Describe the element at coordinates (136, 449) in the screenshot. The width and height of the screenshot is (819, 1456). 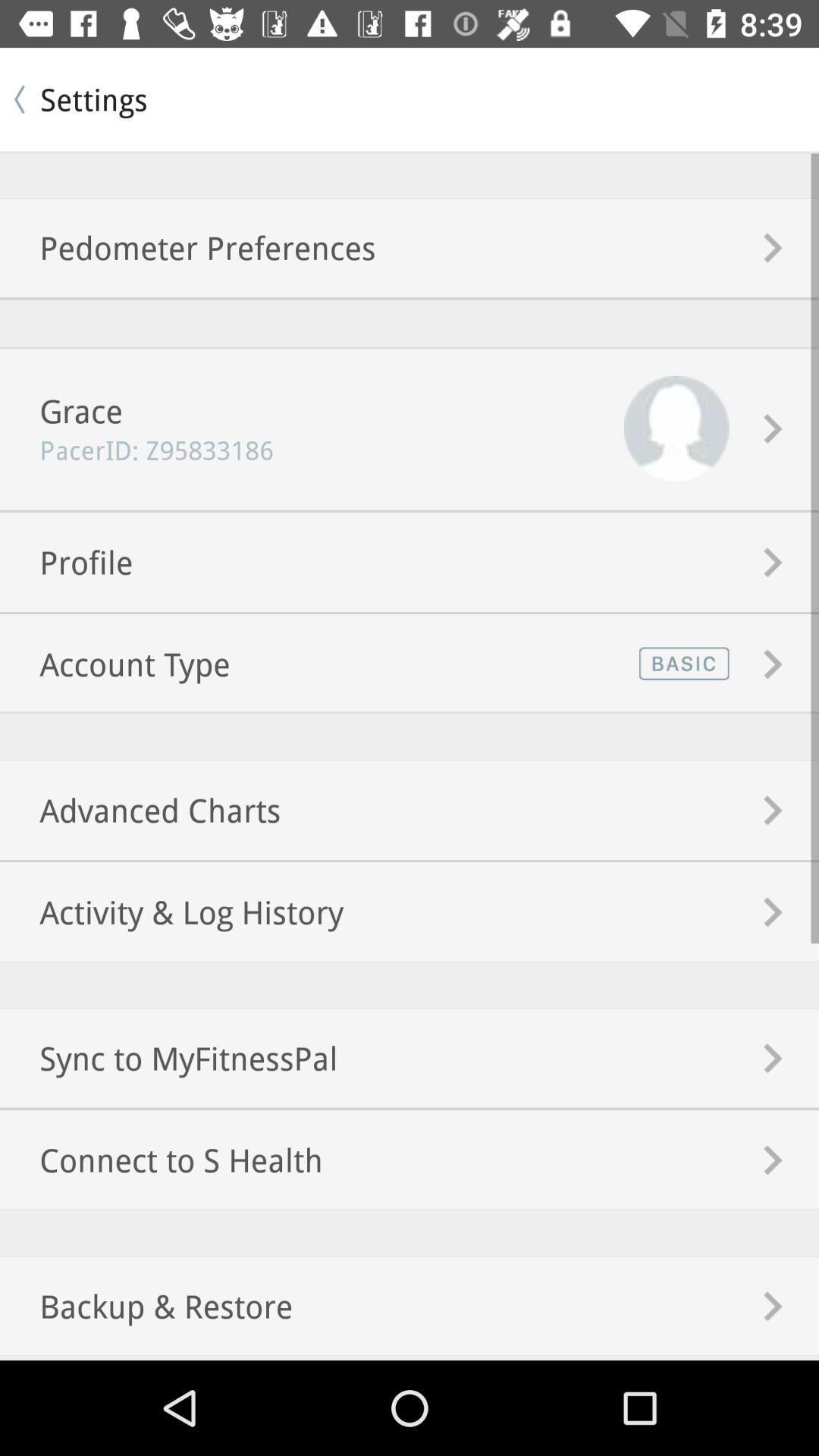
I see `the pacerid: z95833186` at that location.